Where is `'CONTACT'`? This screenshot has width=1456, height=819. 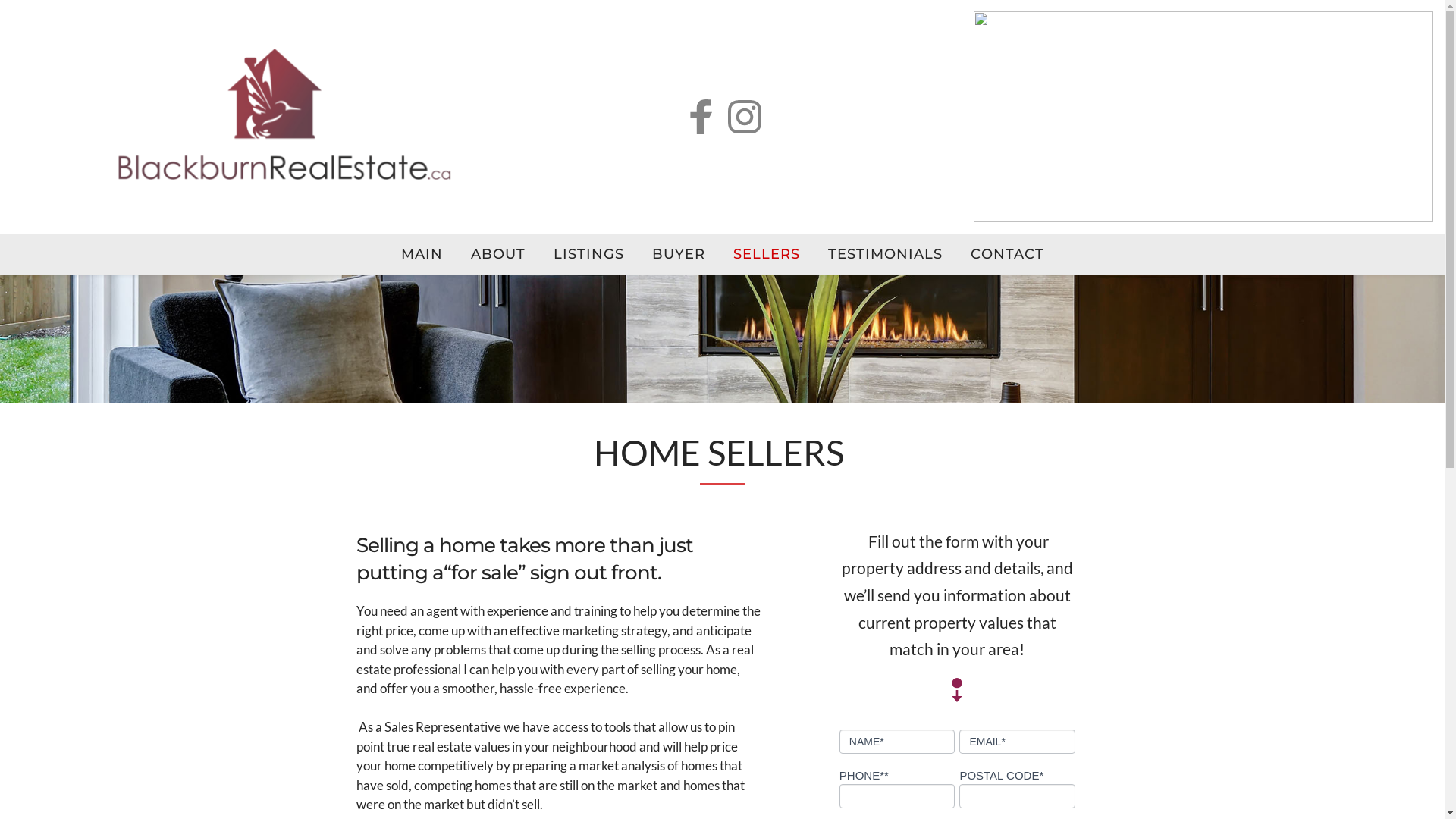 'CONTACT' is located at coordinates (965, 253).